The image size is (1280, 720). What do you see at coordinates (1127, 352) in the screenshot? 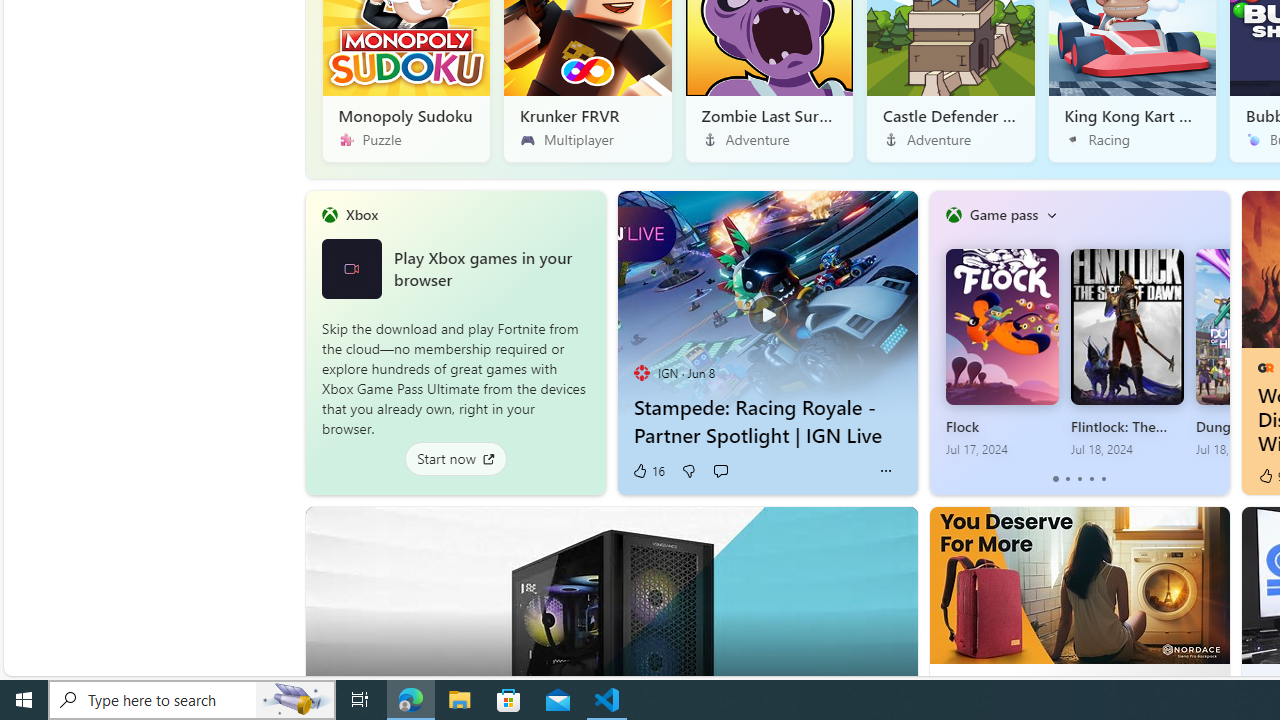
I see `'Flintlock: The Siege of Dawn Jul 18, 2024'` at bounding box center [1127, 352].